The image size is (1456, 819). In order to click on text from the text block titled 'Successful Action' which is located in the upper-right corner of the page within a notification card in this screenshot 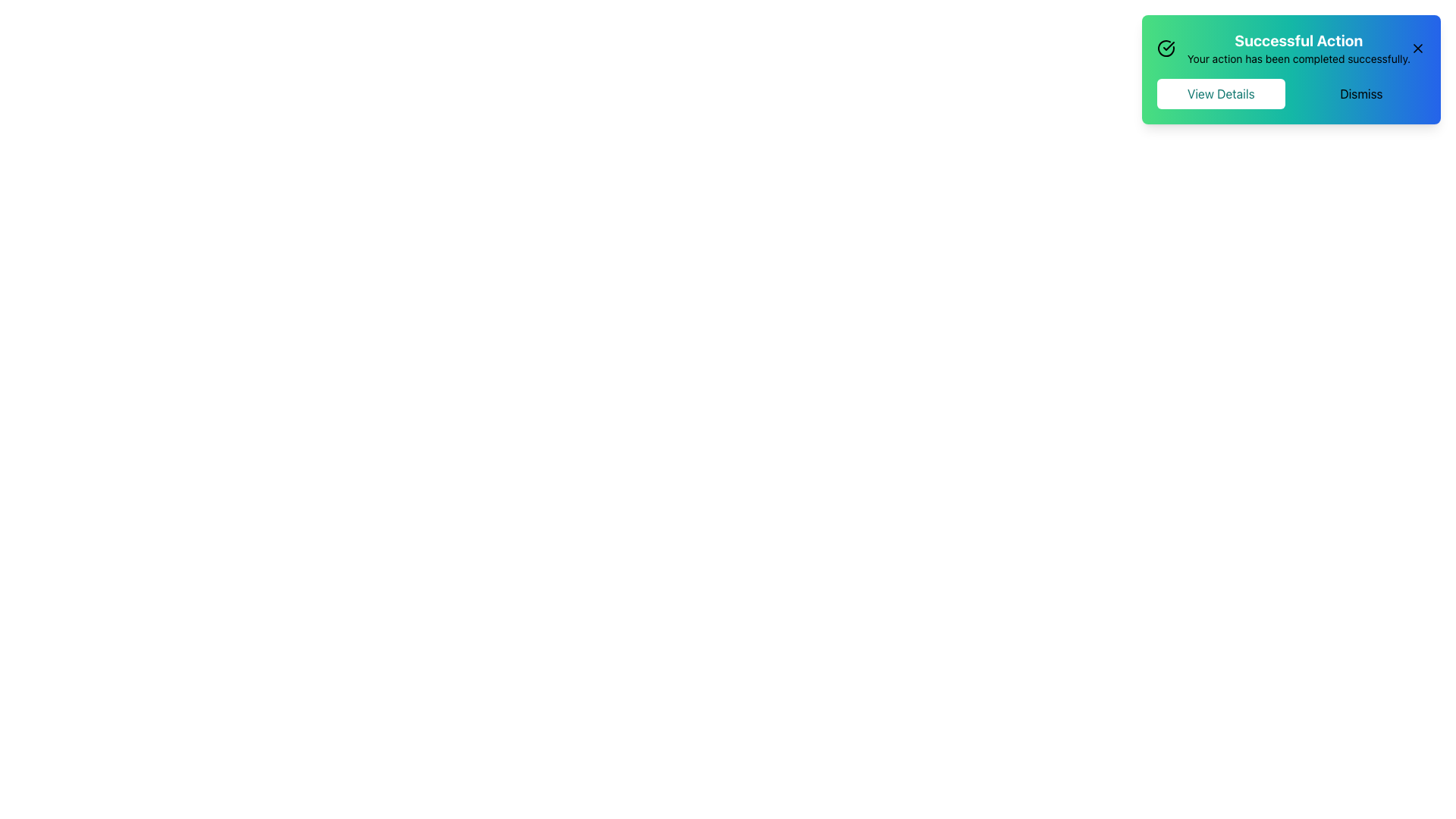, I will do `click(1298, 48)`.